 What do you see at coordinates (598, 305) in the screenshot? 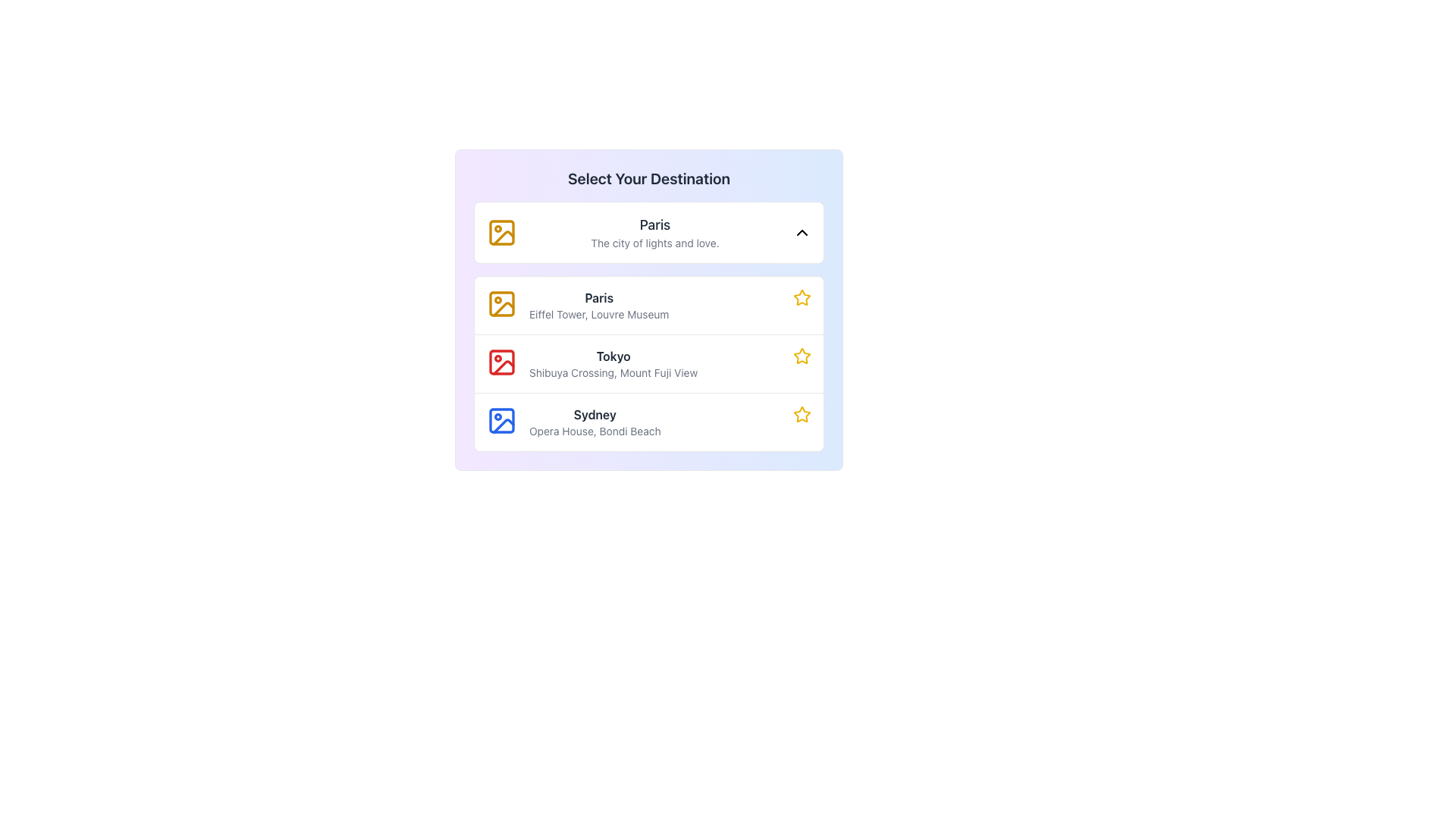
I see `the descriptive text label for the destination option, which is located in the second card of a vertical list within the selection menu, positioned between a golden map icon and a golden star icon` at bounding box center [598, 305].